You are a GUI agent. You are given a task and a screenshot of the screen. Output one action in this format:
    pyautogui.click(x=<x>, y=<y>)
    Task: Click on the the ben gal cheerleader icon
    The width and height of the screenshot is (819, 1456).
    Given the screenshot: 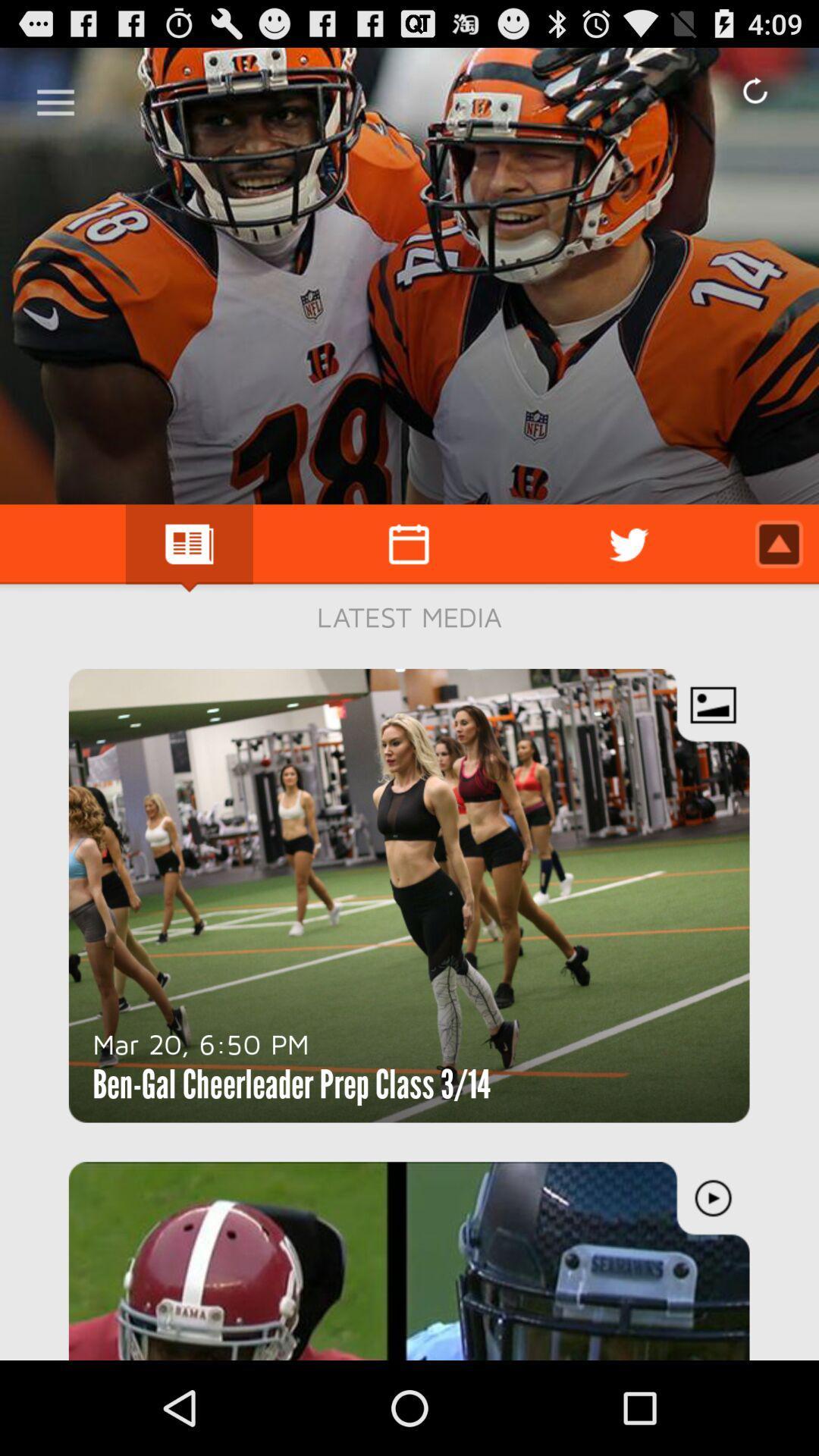 What is the action you would take?
    pyautogui.click(x=291, y=1084)
    